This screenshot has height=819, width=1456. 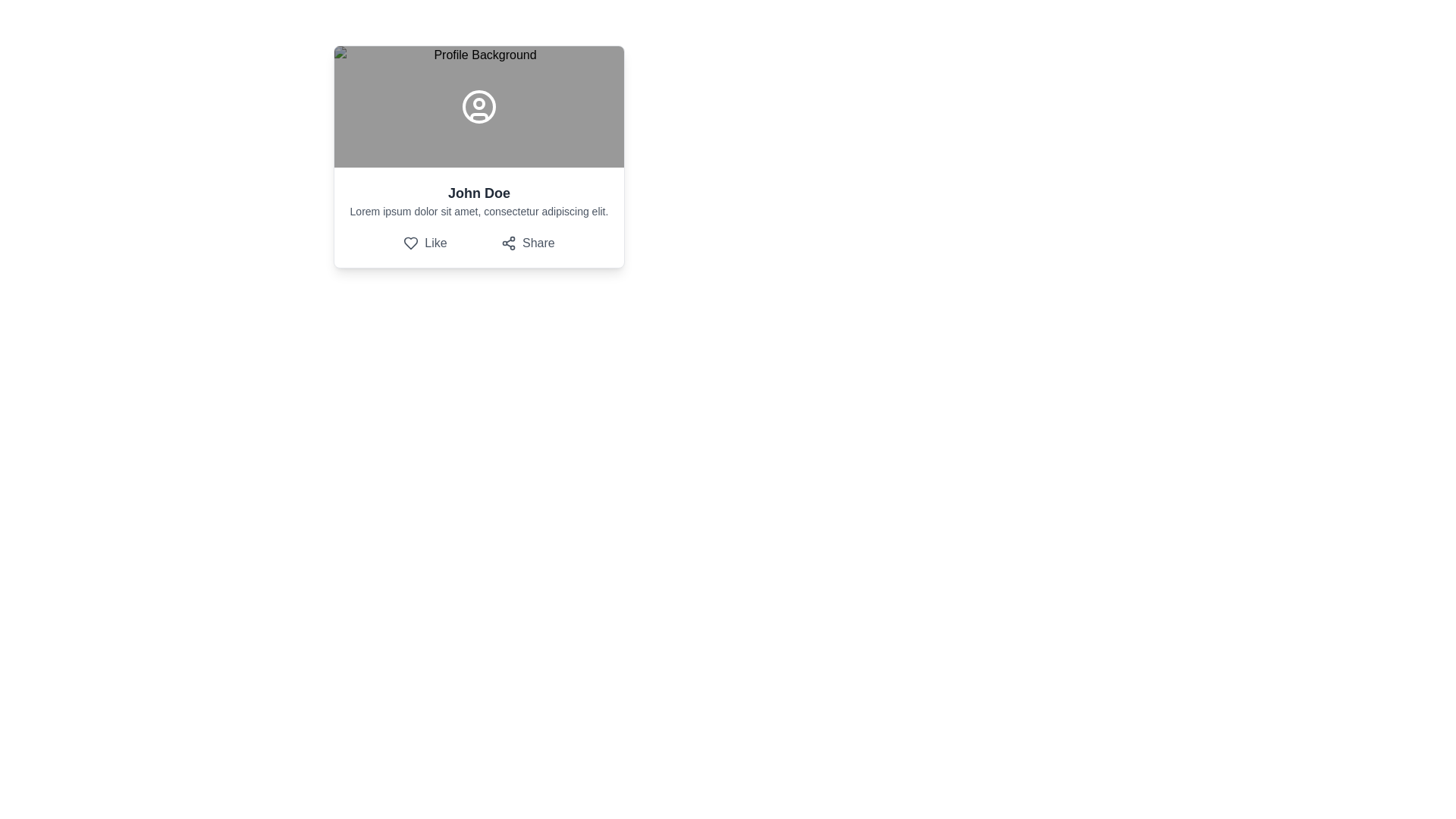 What do you see at coordinates (411, 242) in the screenshot?
I see `the black heart-shaped icon with a smooth, rounded appearance, located to the left of the 'Like' text in the horizontal row` at bounding box center [411, 242].